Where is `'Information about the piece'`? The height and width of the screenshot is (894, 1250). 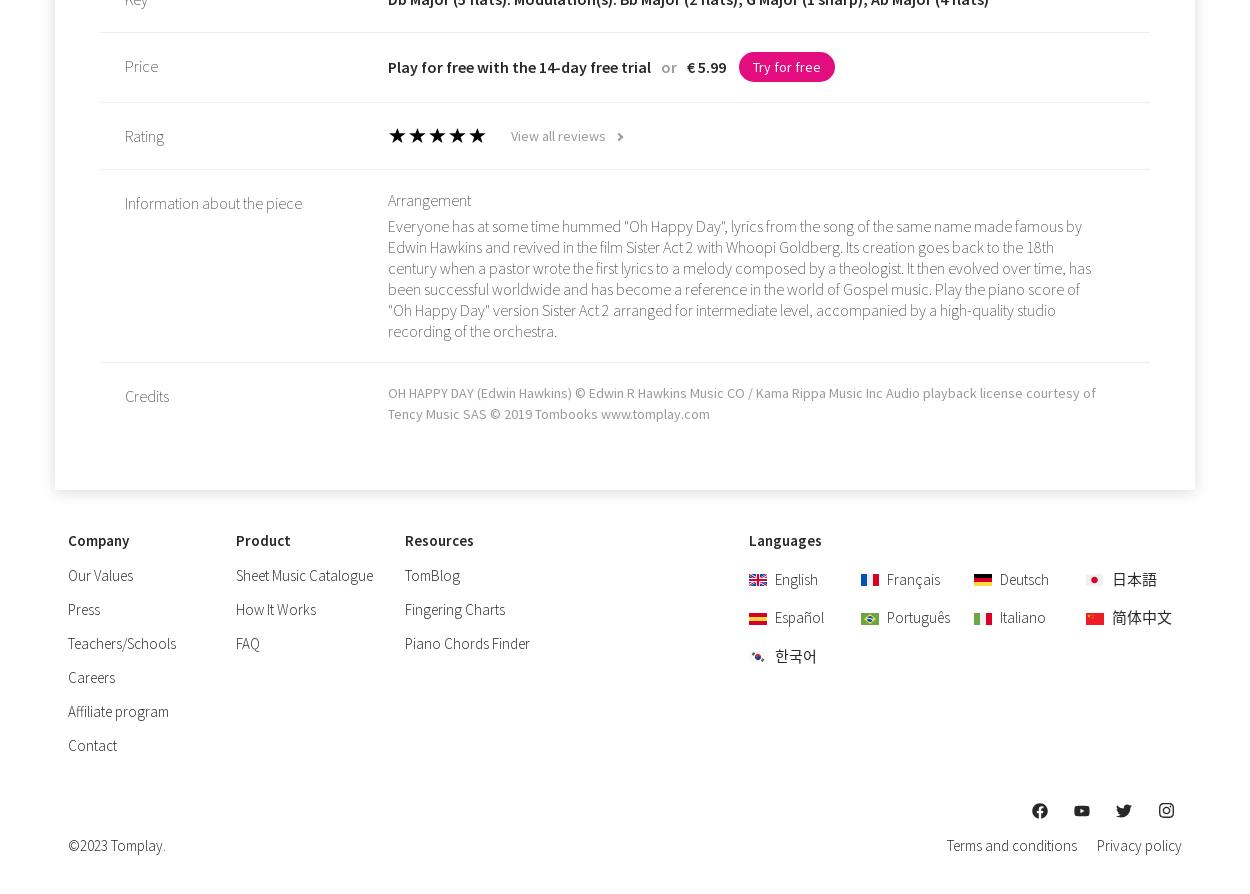 'Information about the piece' is located at coordinates (125, 203).